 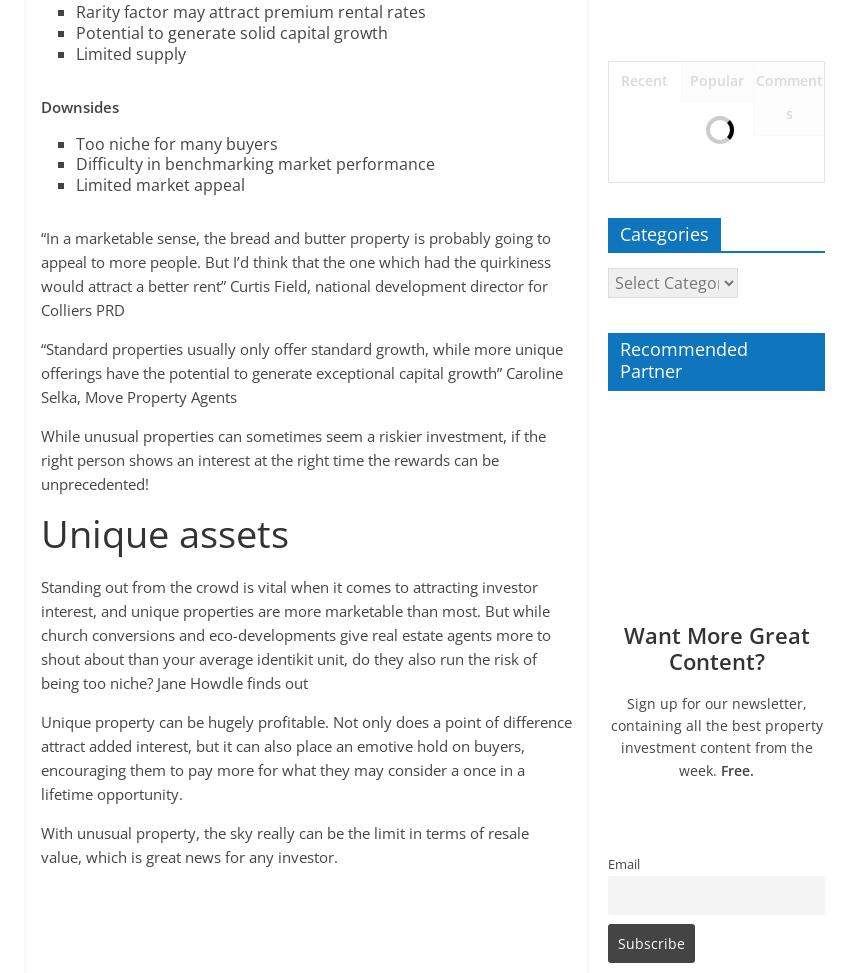 I want to click on 'Limited market appeal', so click(x=158, y=184).